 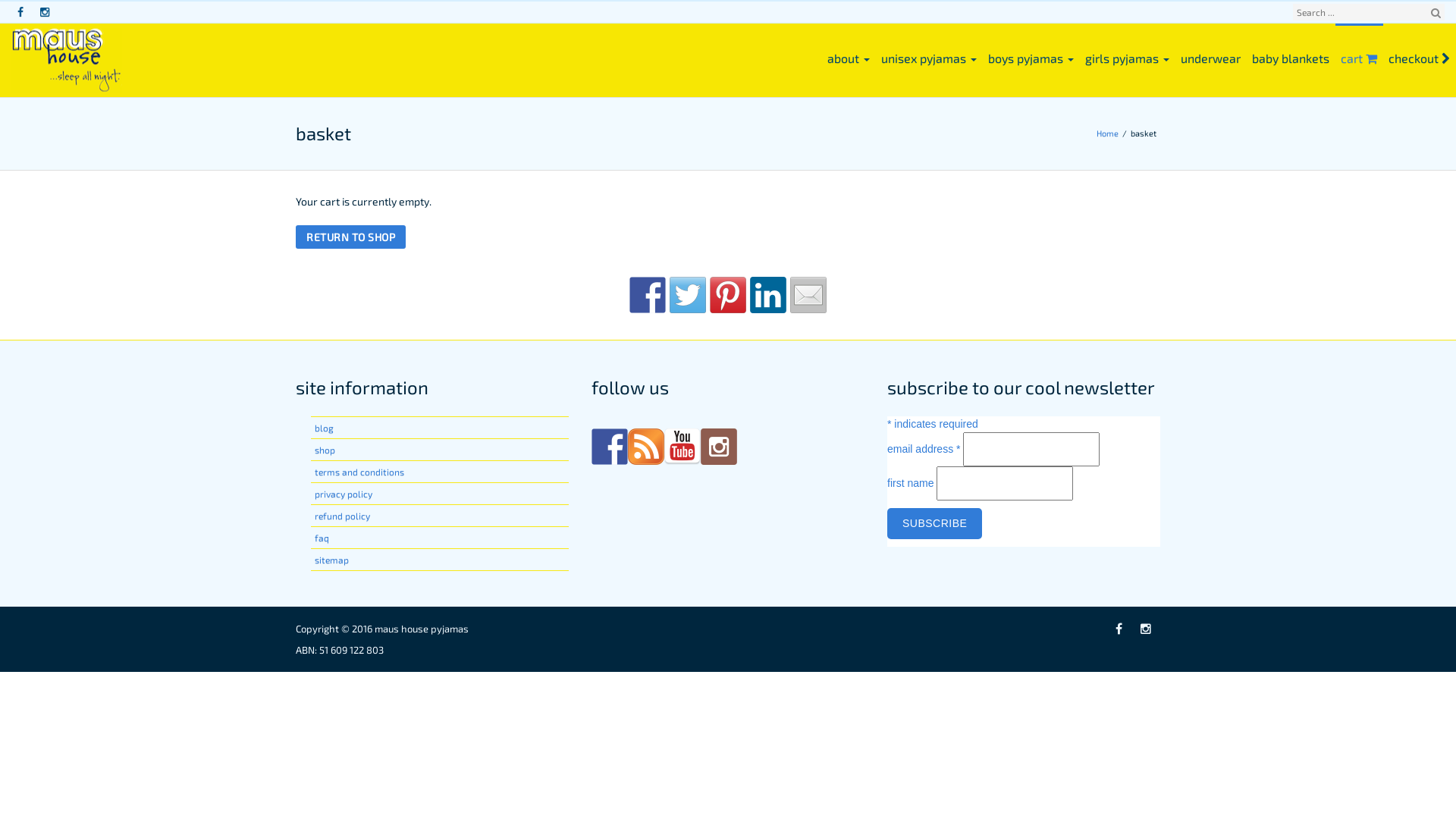 I want to click on 'Share on Twitter', so click(x=687, y=295).